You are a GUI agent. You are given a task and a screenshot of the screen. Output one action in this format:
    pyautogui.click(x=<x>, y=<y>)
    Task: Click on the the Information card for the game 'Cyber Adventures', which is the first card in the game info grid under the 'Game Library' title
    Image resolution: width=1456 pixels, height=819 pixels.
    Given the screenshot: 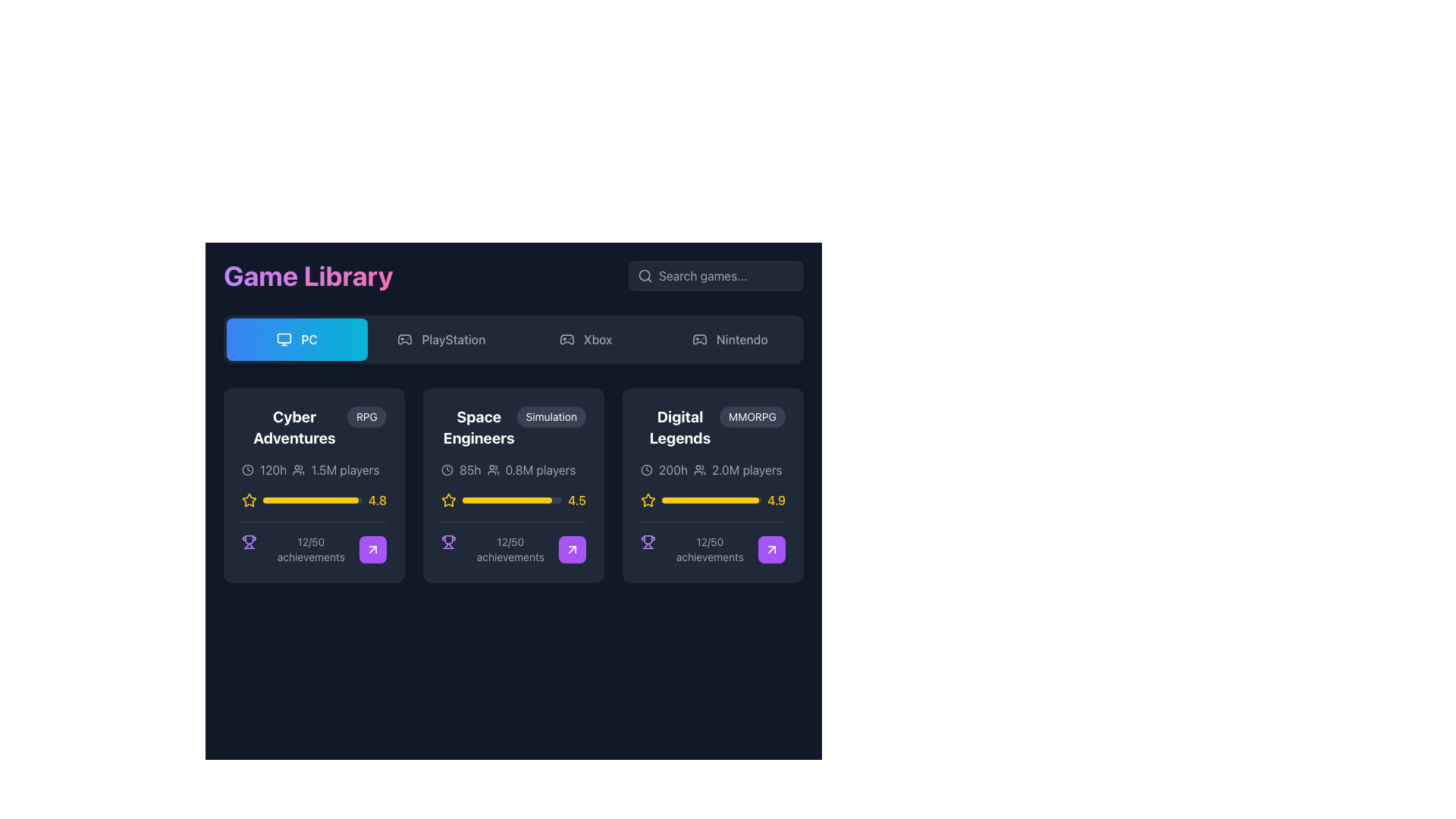 What is the action you would take?
    pyautogui.click(x=313, y=485)
    